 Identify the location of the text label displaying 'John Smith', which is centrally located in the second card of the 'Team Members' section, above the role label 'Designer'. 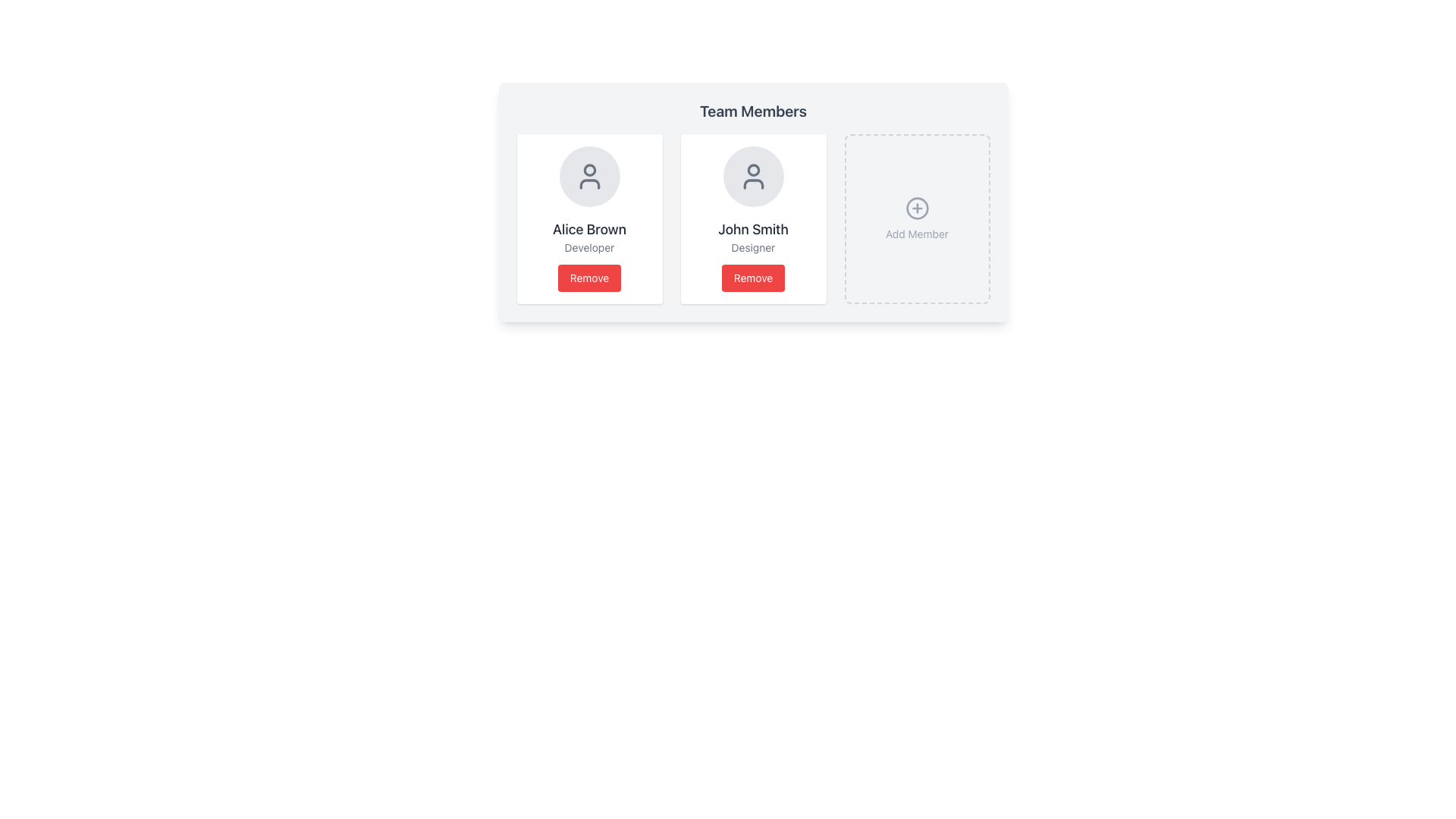
(753, 230).